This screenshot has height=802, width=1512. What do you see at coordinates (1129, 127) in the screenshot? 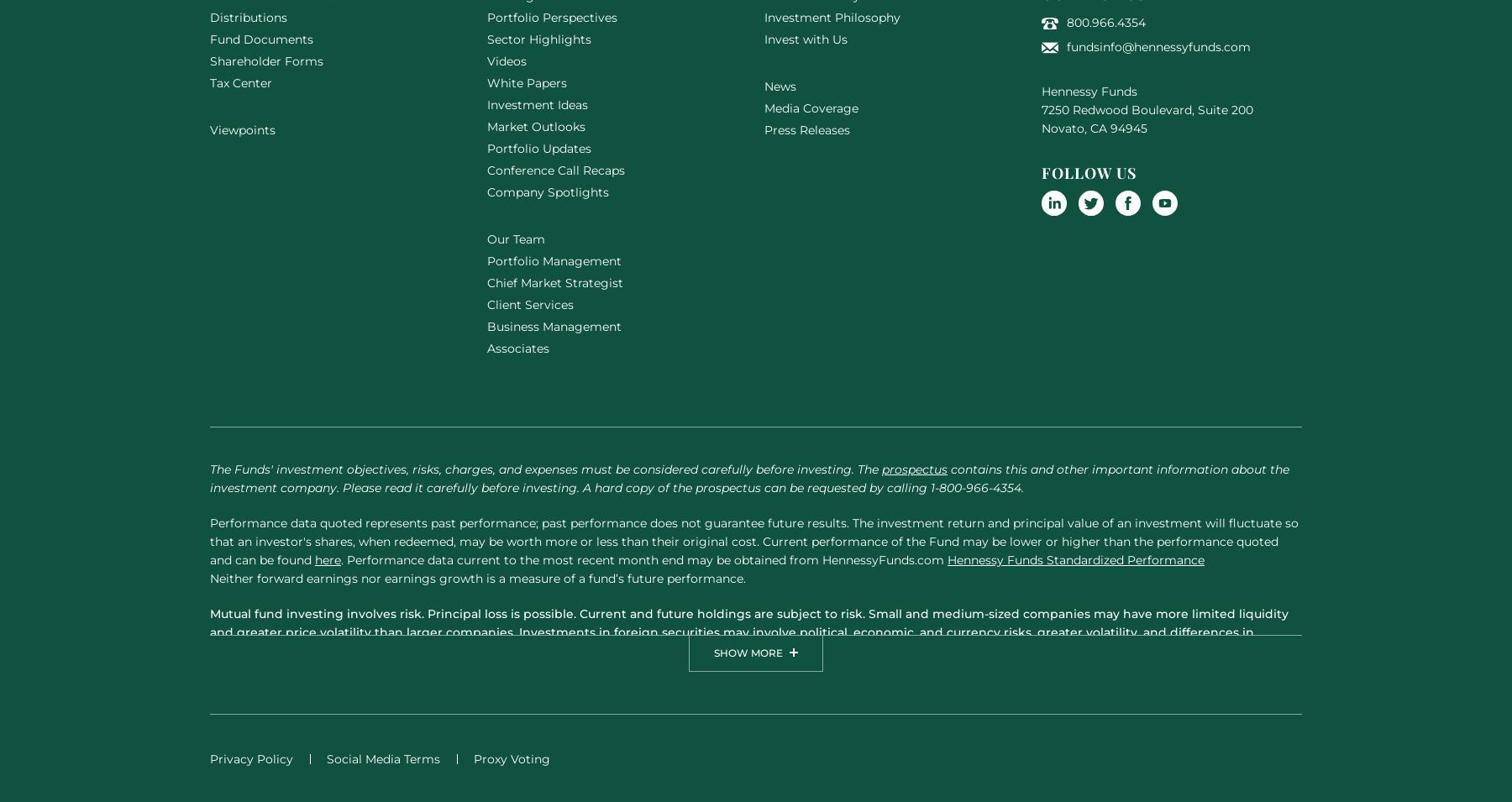
I see `'94945'` at bounding box center [1129, 127].